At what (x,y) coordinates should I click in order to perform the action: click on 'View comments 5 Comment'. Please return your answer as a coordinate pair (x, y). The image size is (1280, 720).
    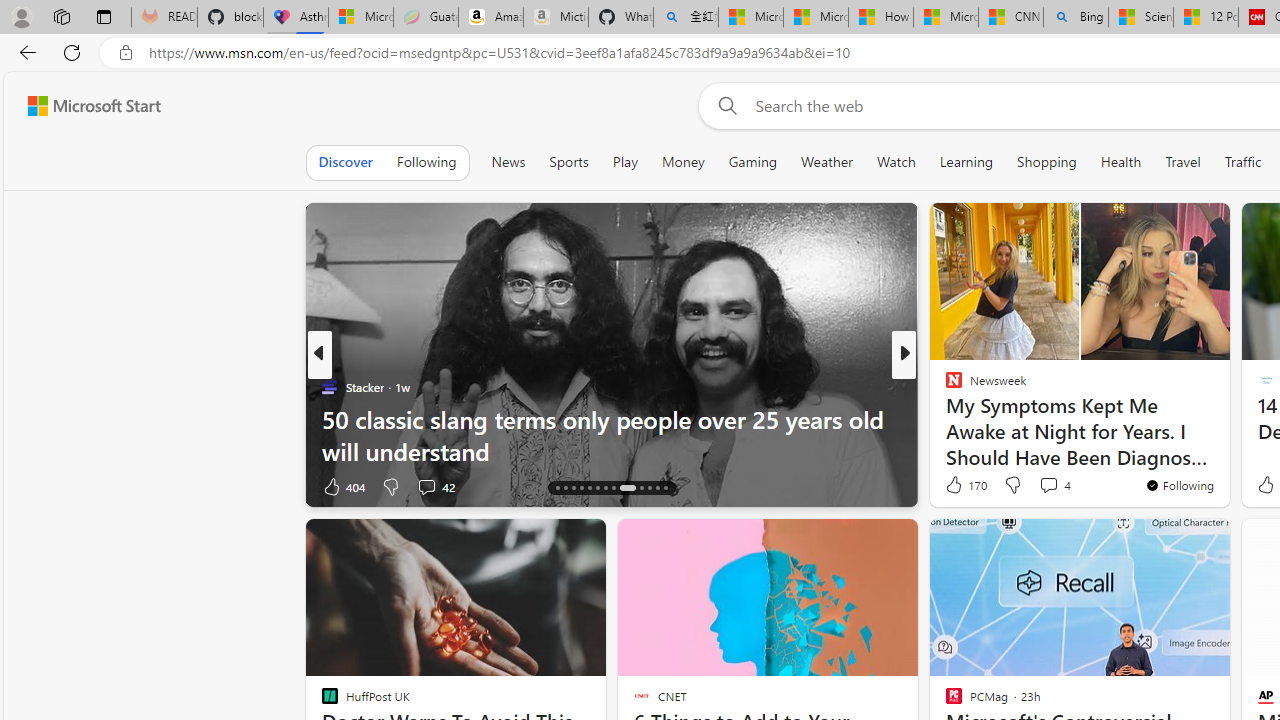
    Looking at the image, I should click on (1040, 486).